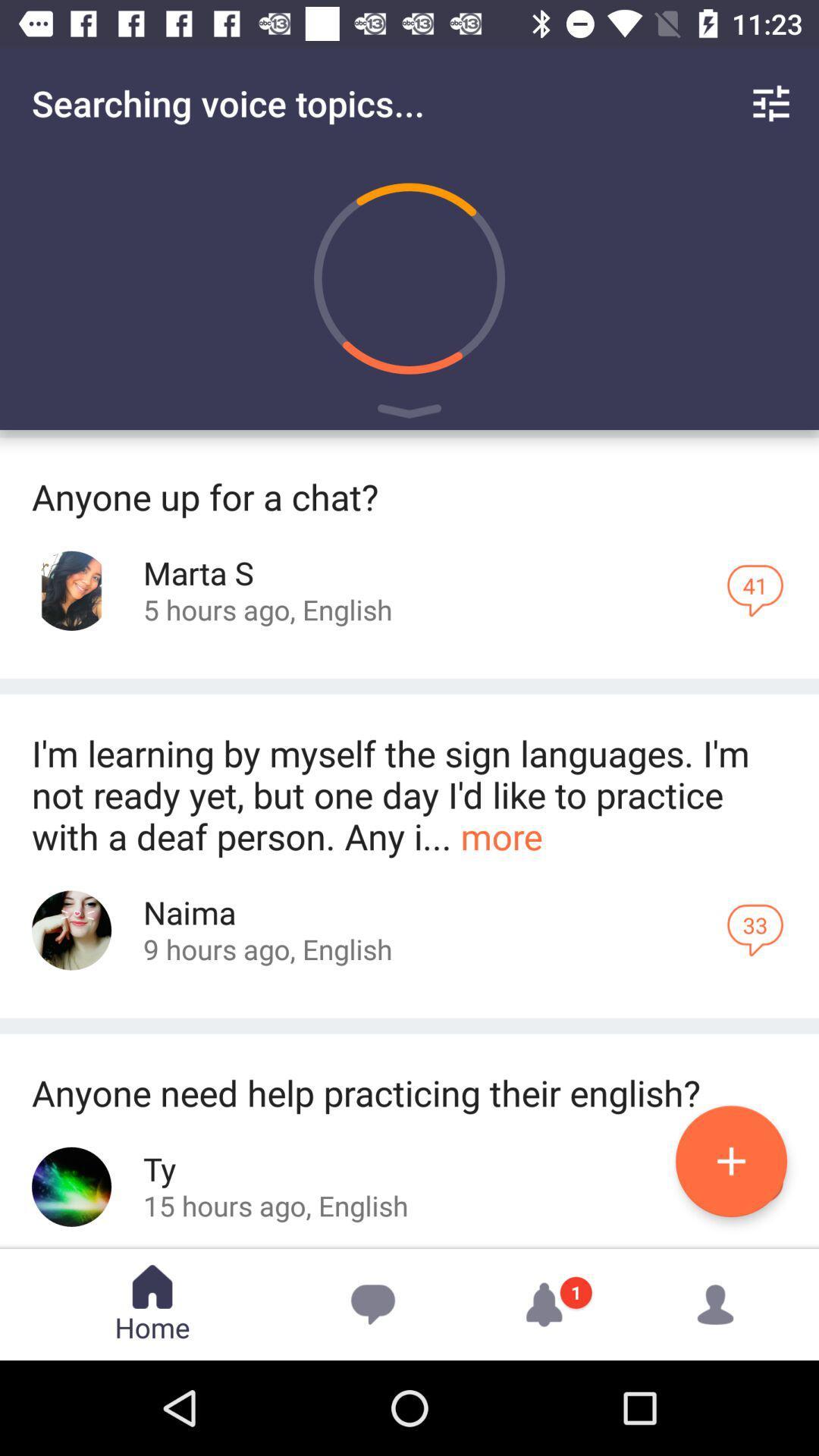  I want to click on page, so click(730, 1160).